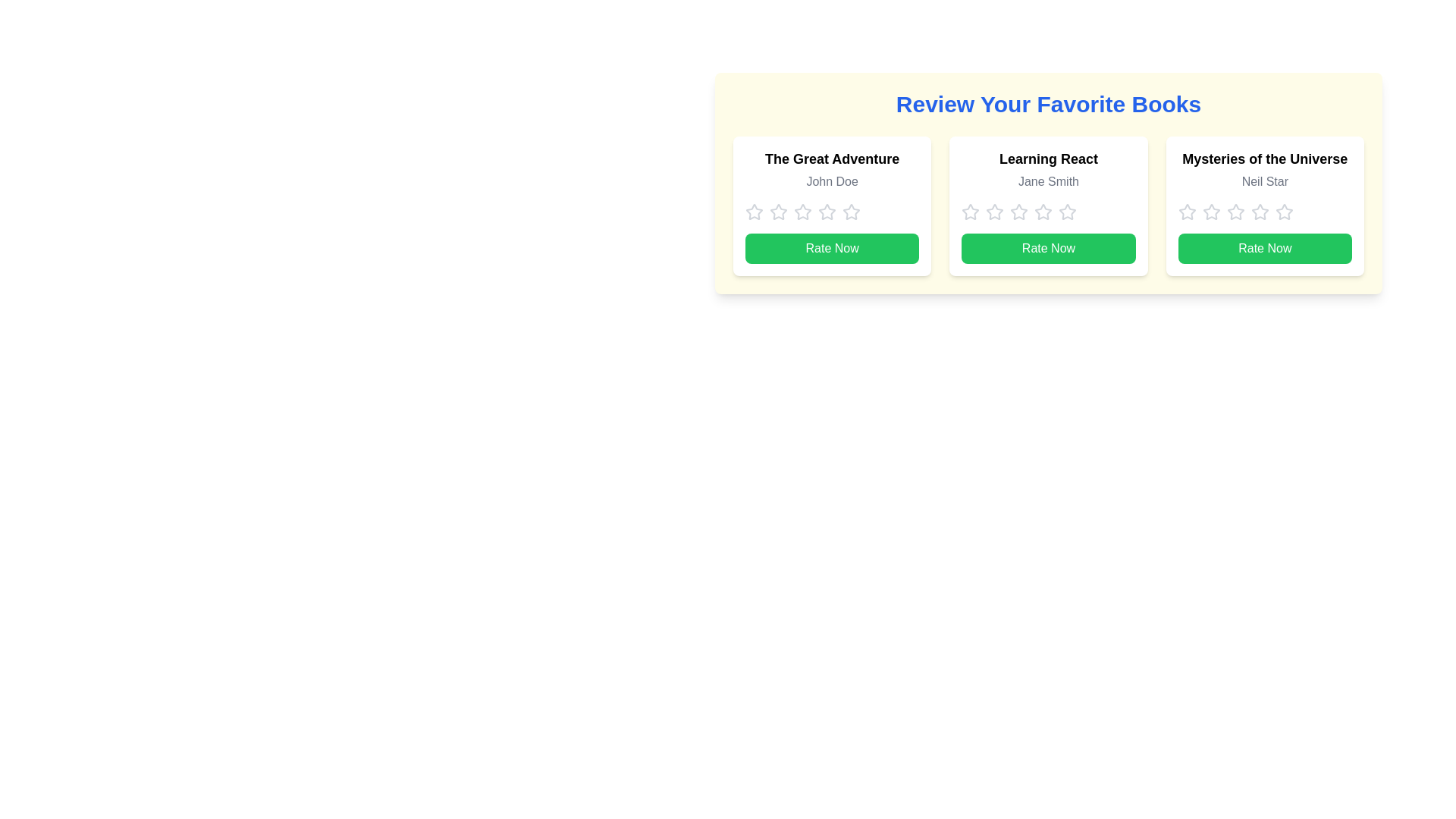  Describe the element at coordinates (779, 212) in the screenshot. I see `the first gray outlined rating star icon for the book 'The Great Adventure'` at that location.